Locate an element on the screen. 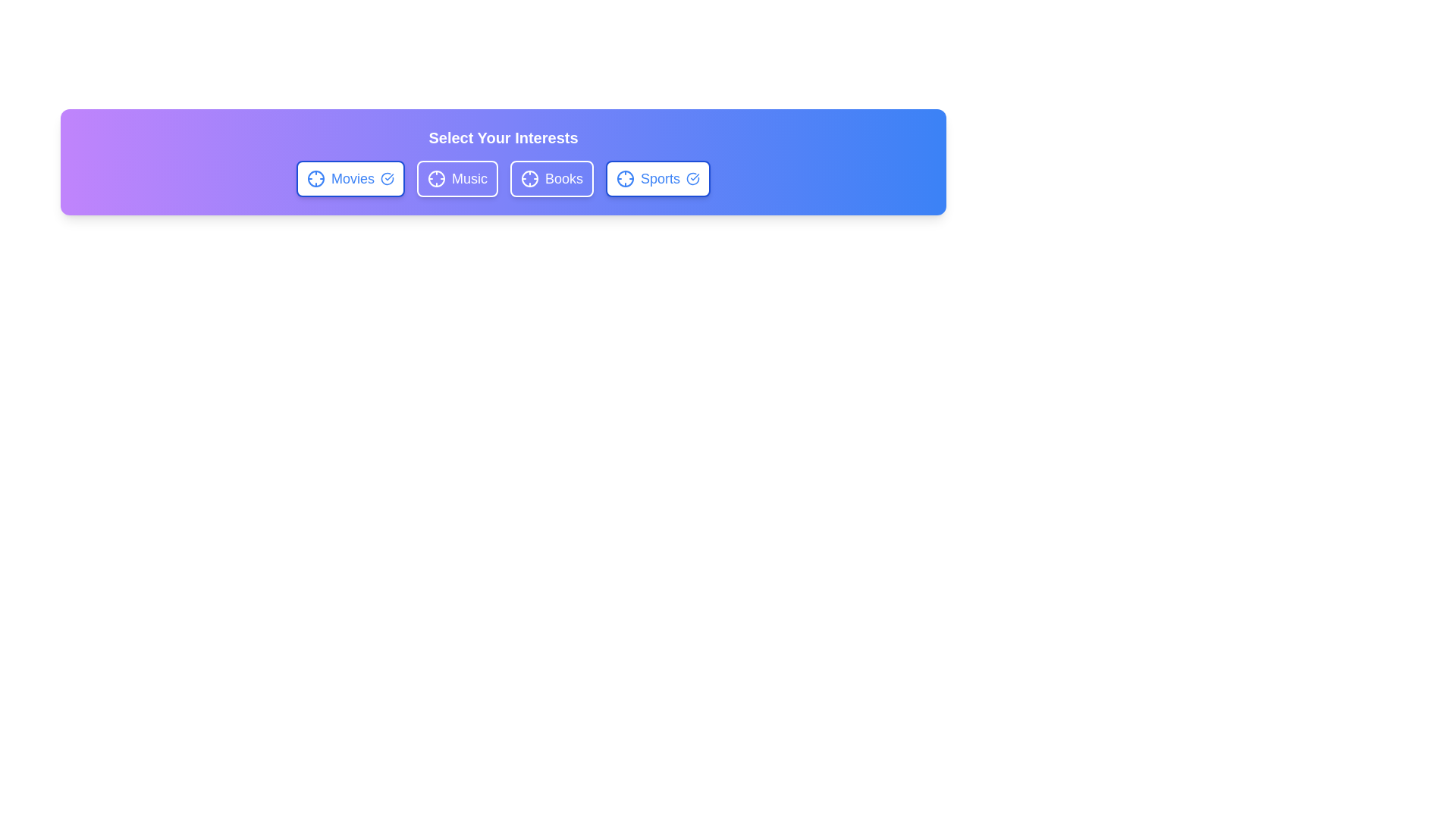 This screenshot has width=1456, height=819. the chip labeled Movies to observe the hover effect is located at coordinates (349, 177).